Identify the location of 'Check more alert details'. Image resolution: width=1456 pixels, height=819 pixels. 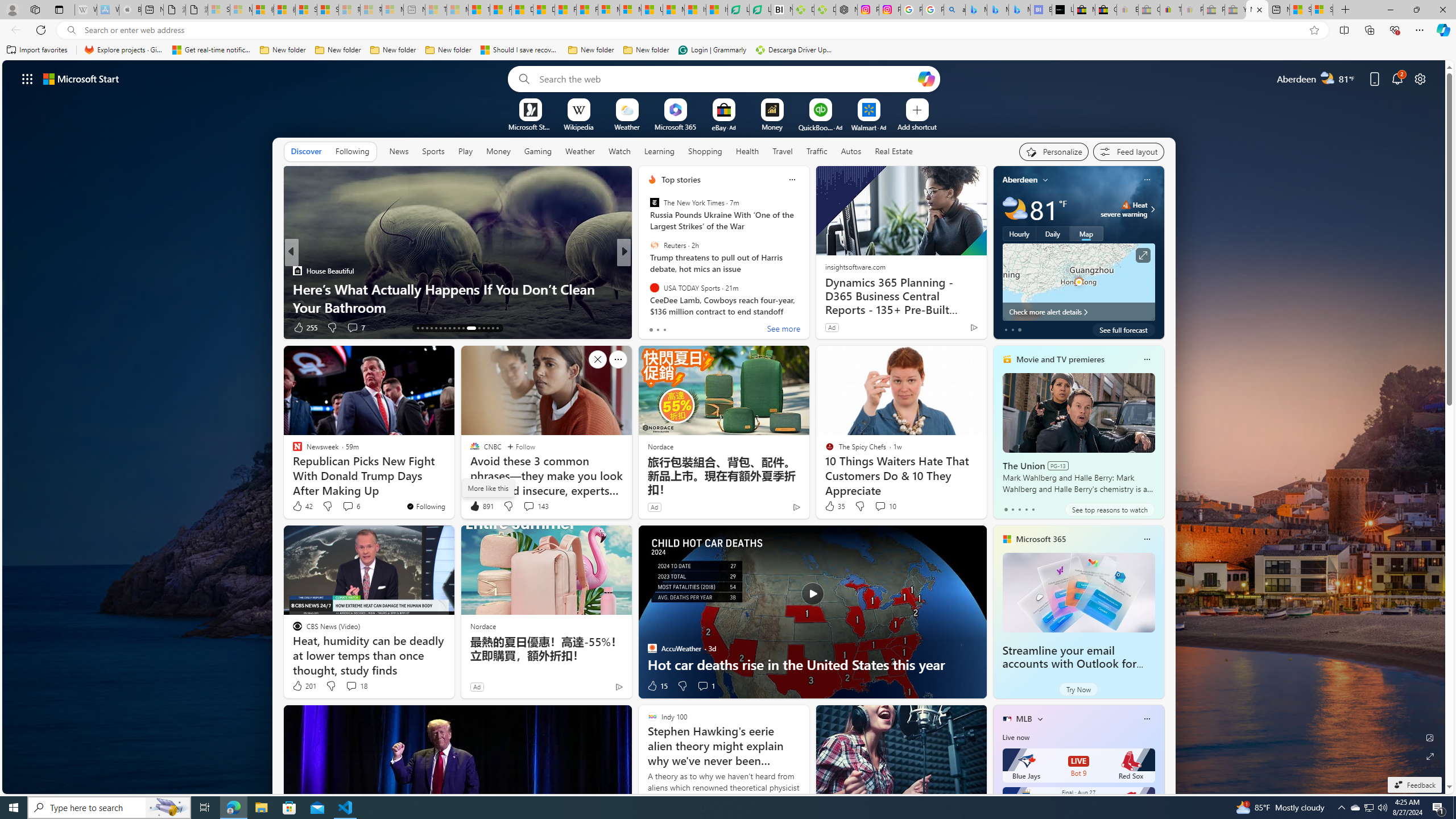
(1078, 311).